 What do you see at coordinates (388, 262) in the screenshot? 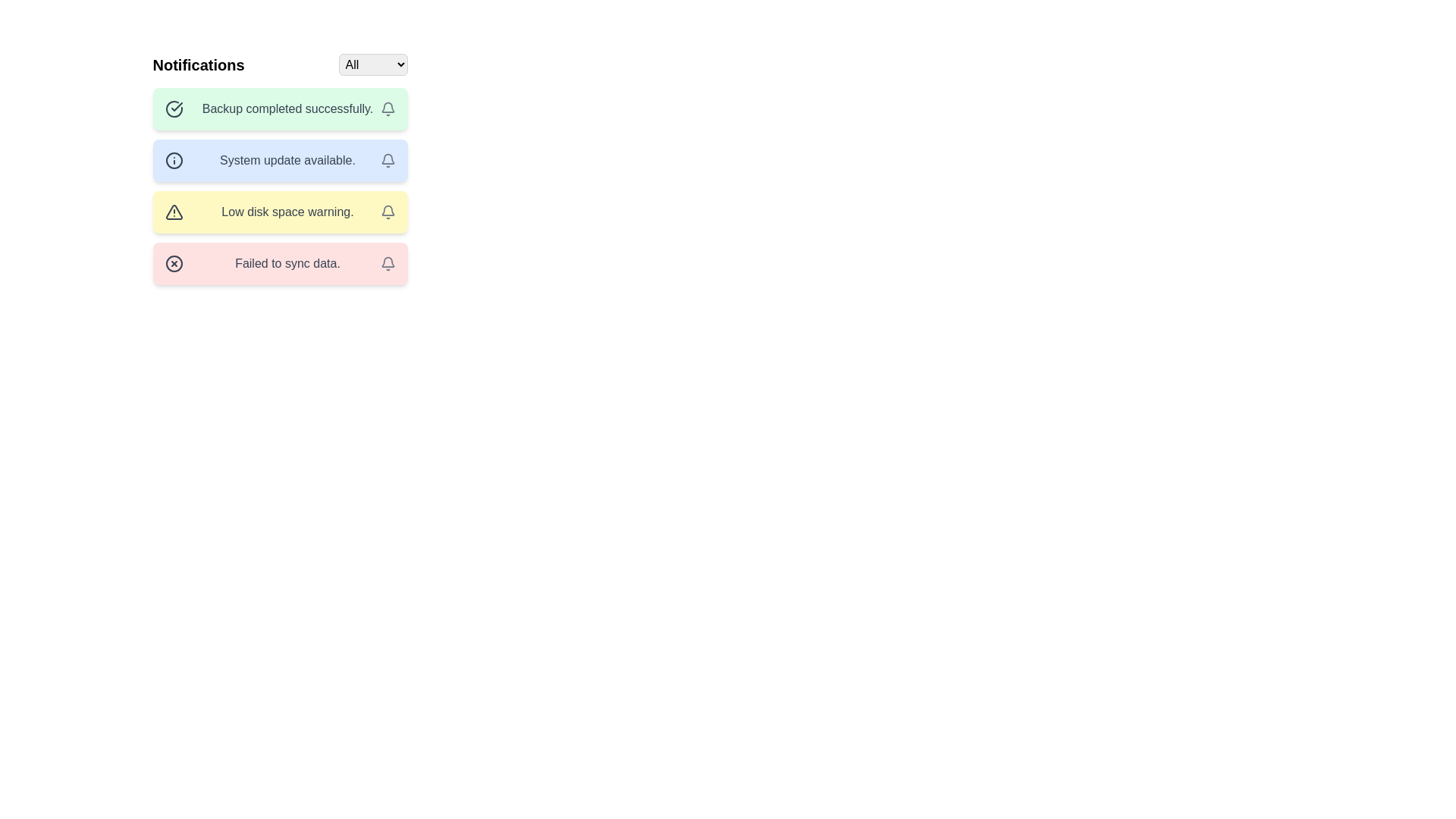
I see `the notification icon on the far right of the 'Failed to sync data' red notification banner to interact with it` at bounding box center [388, 262].